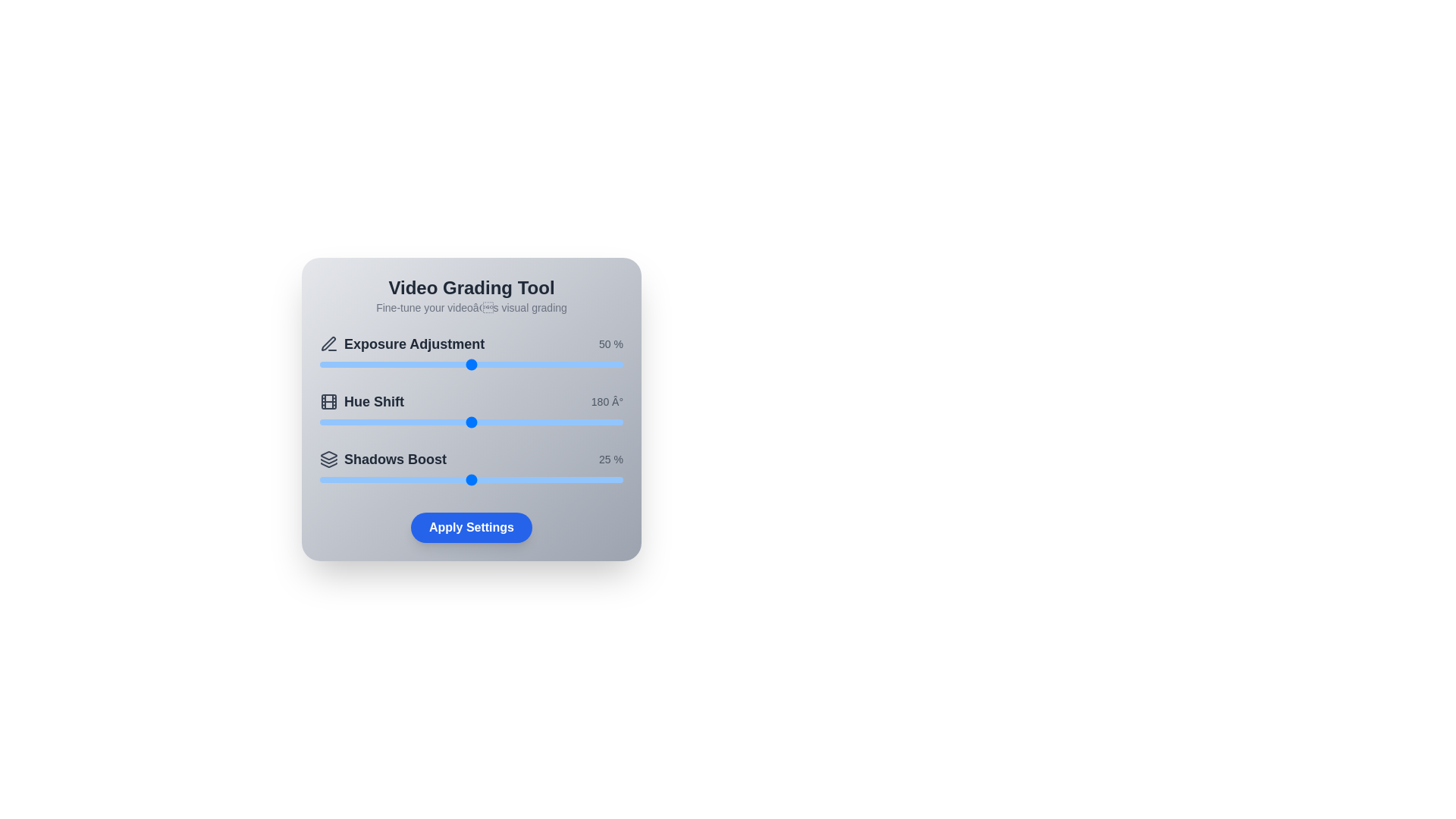 The height and width of the screenshot is (819, 1456). What do you see at coordinates (535, 365) in the screenshot?
I see `the exposure adjustment` at bounding box center [535, 365].